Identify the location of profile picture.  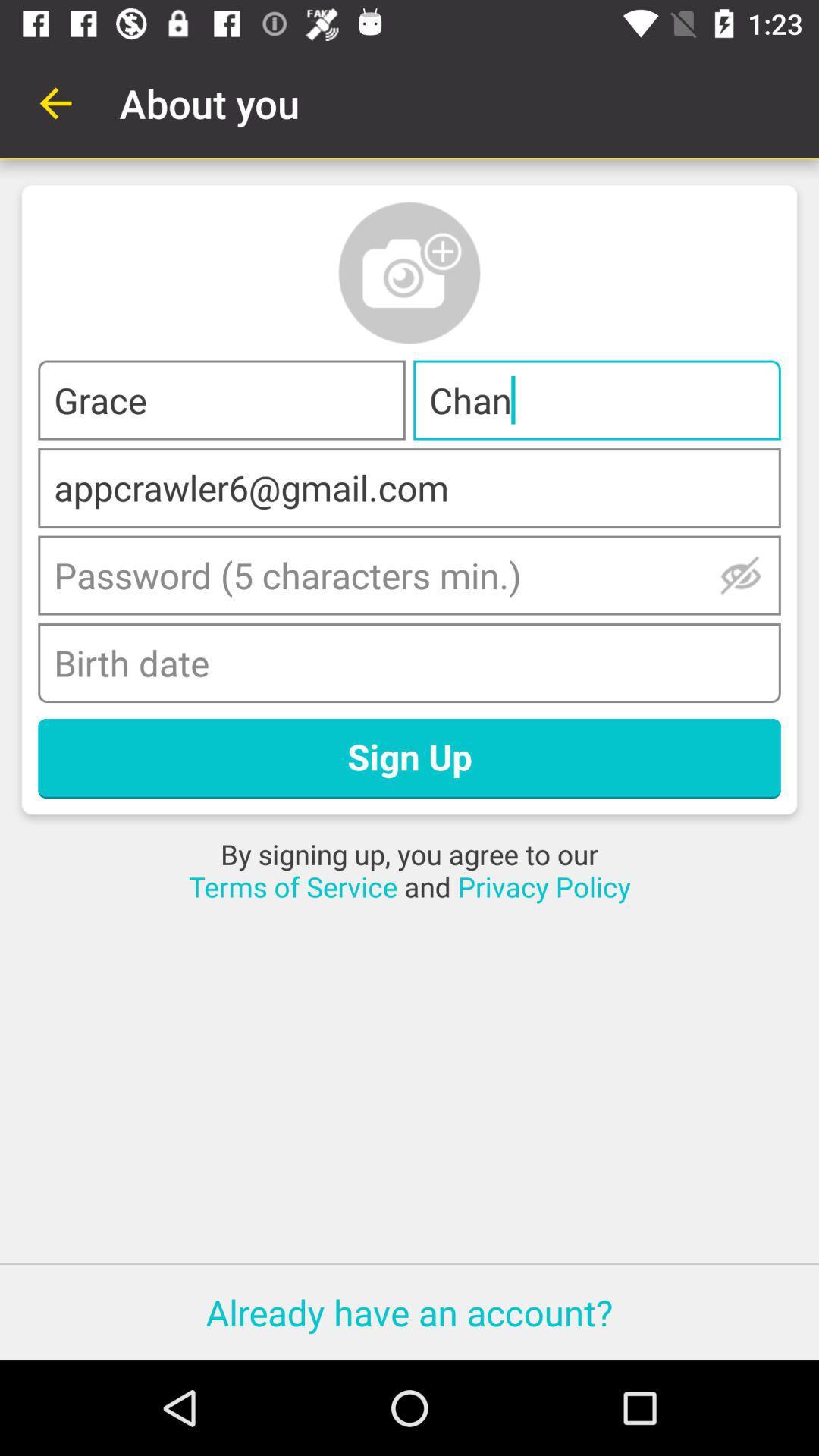
(409, 273).